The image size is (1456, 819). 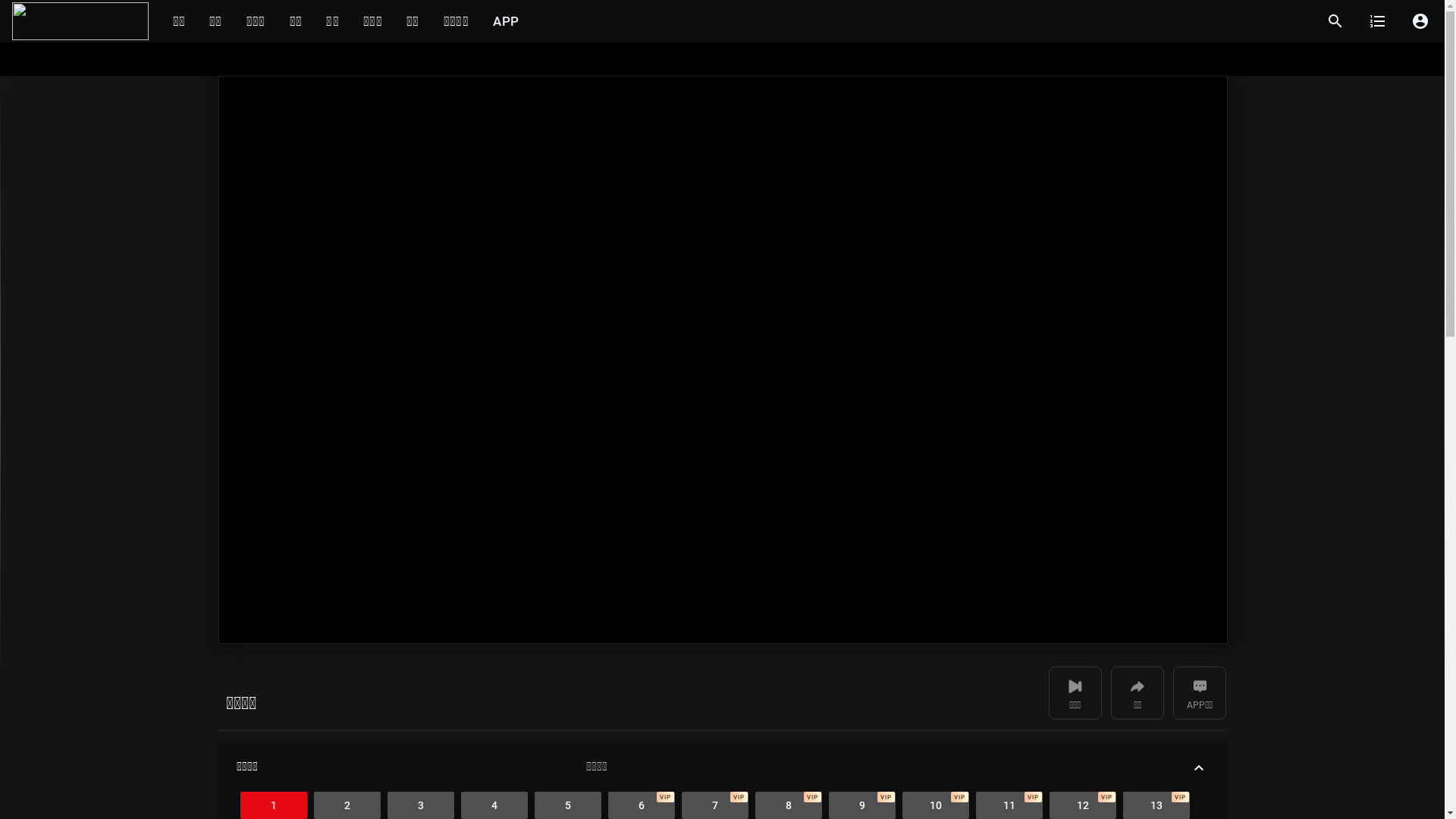 What do you see at coordinates (1335, 20) in the screenshot?
I see `'search'` at bounding box center [1335, 20].